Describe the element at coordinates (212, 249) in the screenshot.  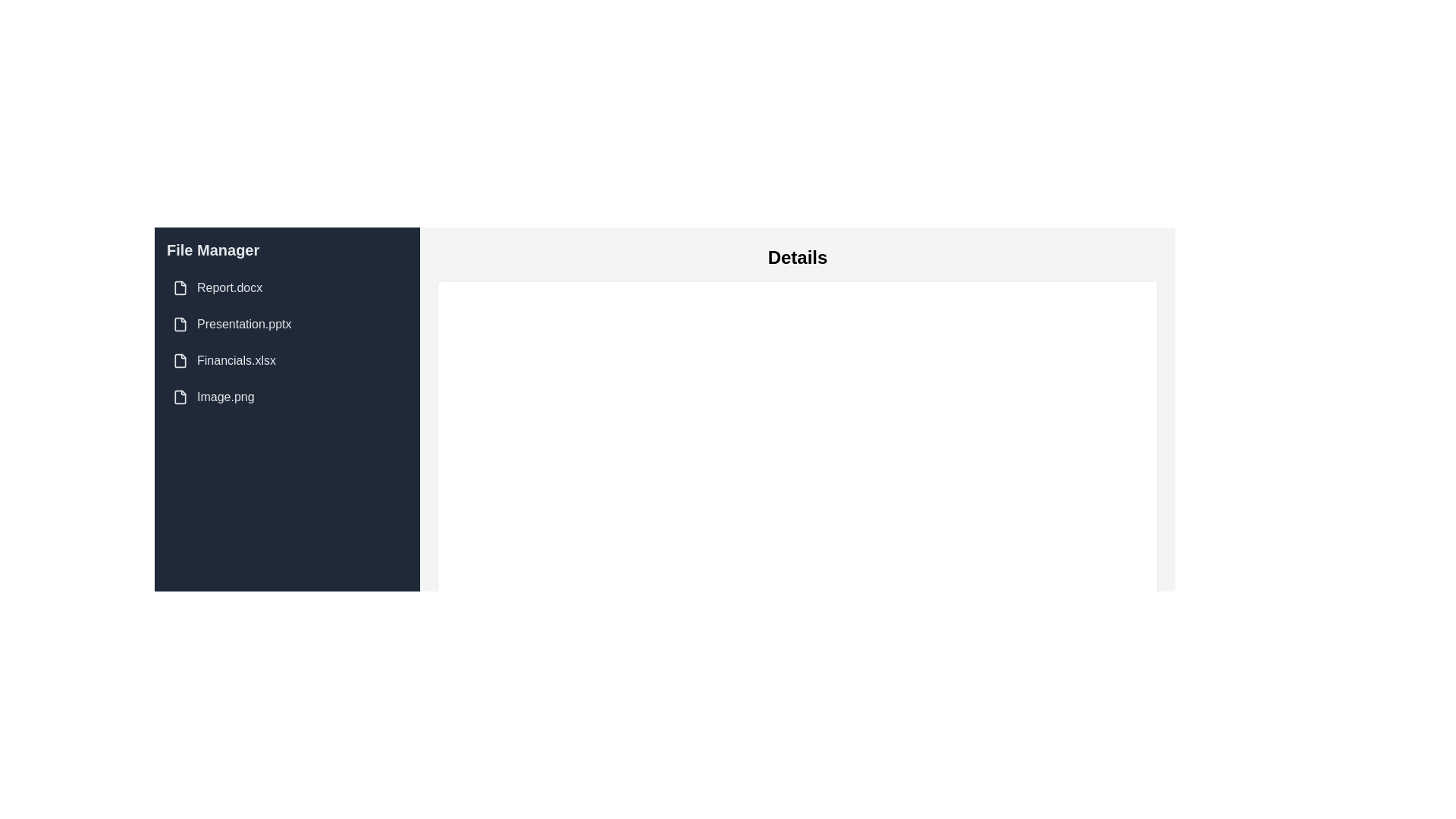
I see `the Text Label that serves as the header for the sidebar, indicating the context of managing files` at that location.